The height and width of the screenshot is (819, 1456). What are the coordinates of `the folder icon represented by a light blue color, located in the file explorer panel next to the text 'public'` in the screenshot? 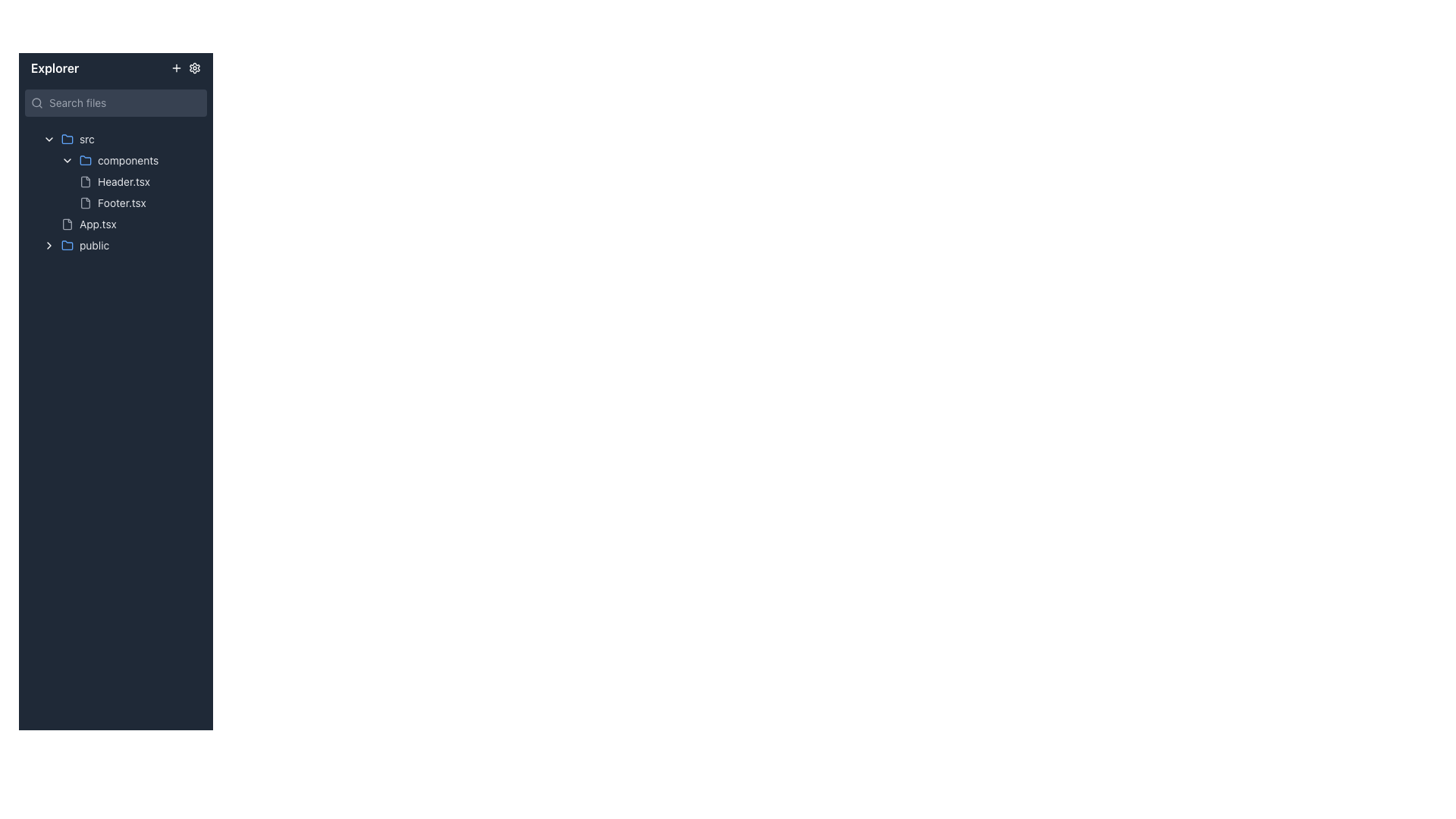 It's located at (67, 244).